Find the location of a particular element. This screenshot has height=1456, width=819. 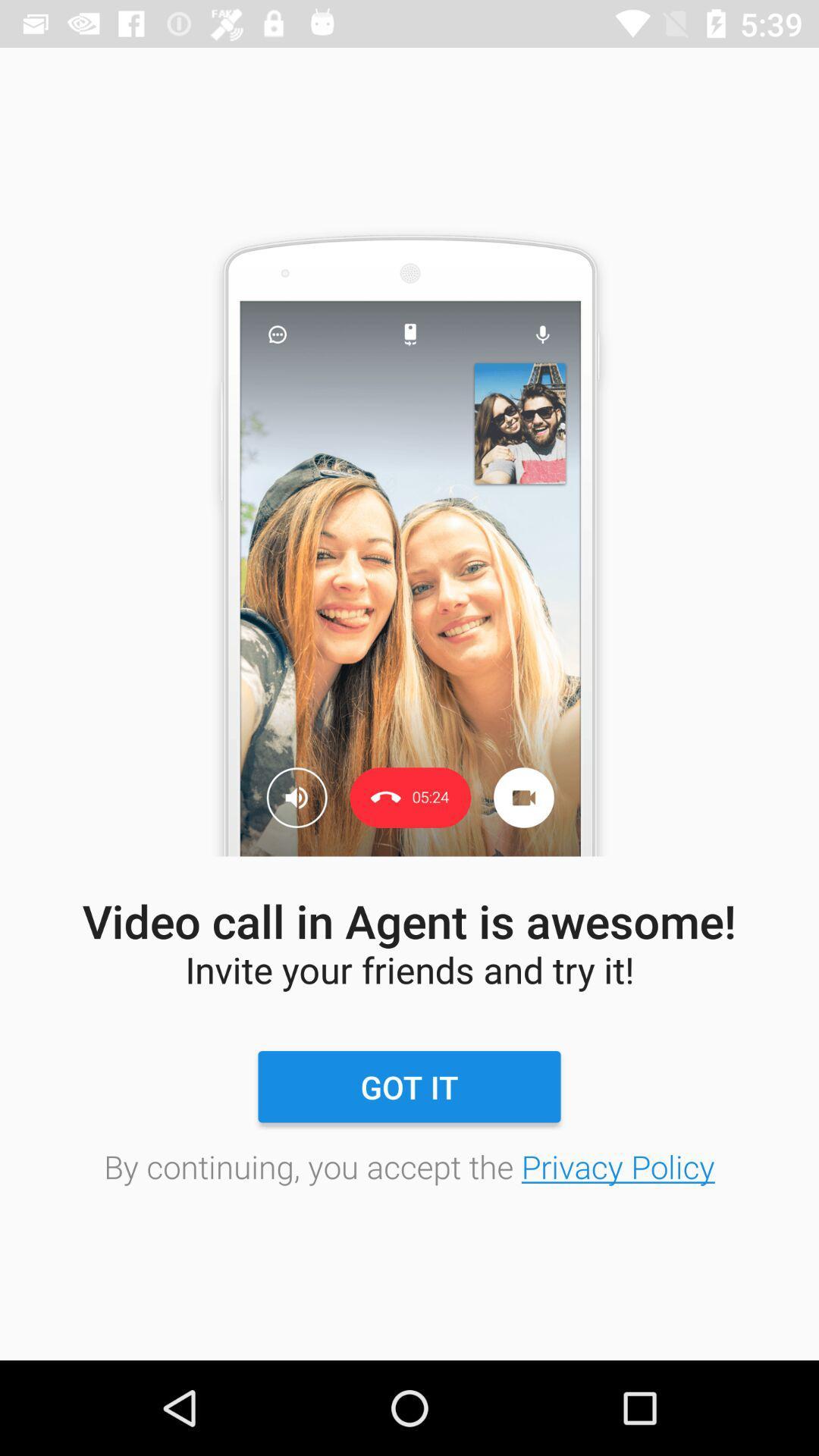

the by continuing you icon is located at coordinates (409, 1166).